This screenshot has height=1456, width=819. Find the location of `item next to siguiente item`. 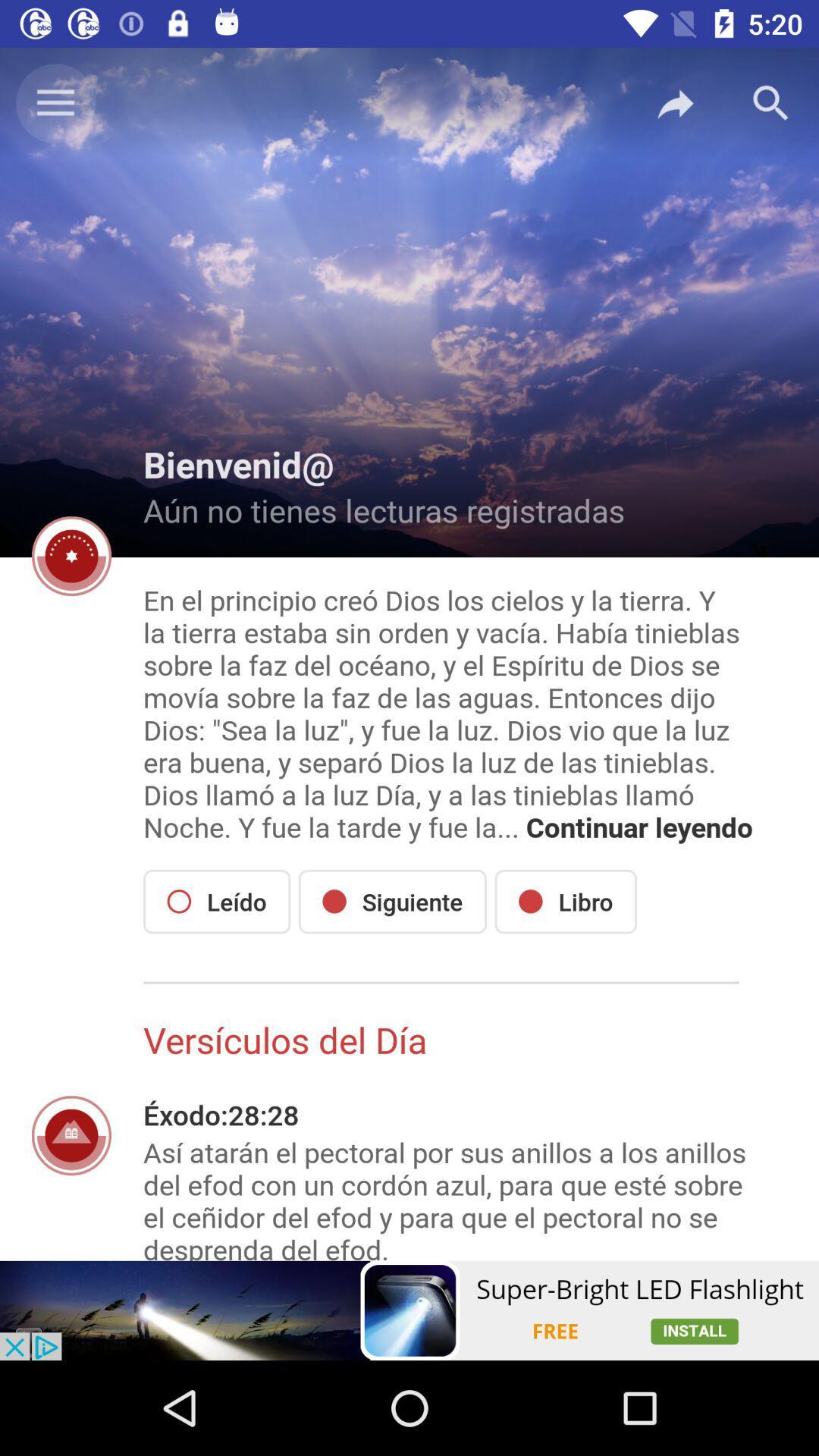

item next to siguiente item is located at coordinates (566, 902).